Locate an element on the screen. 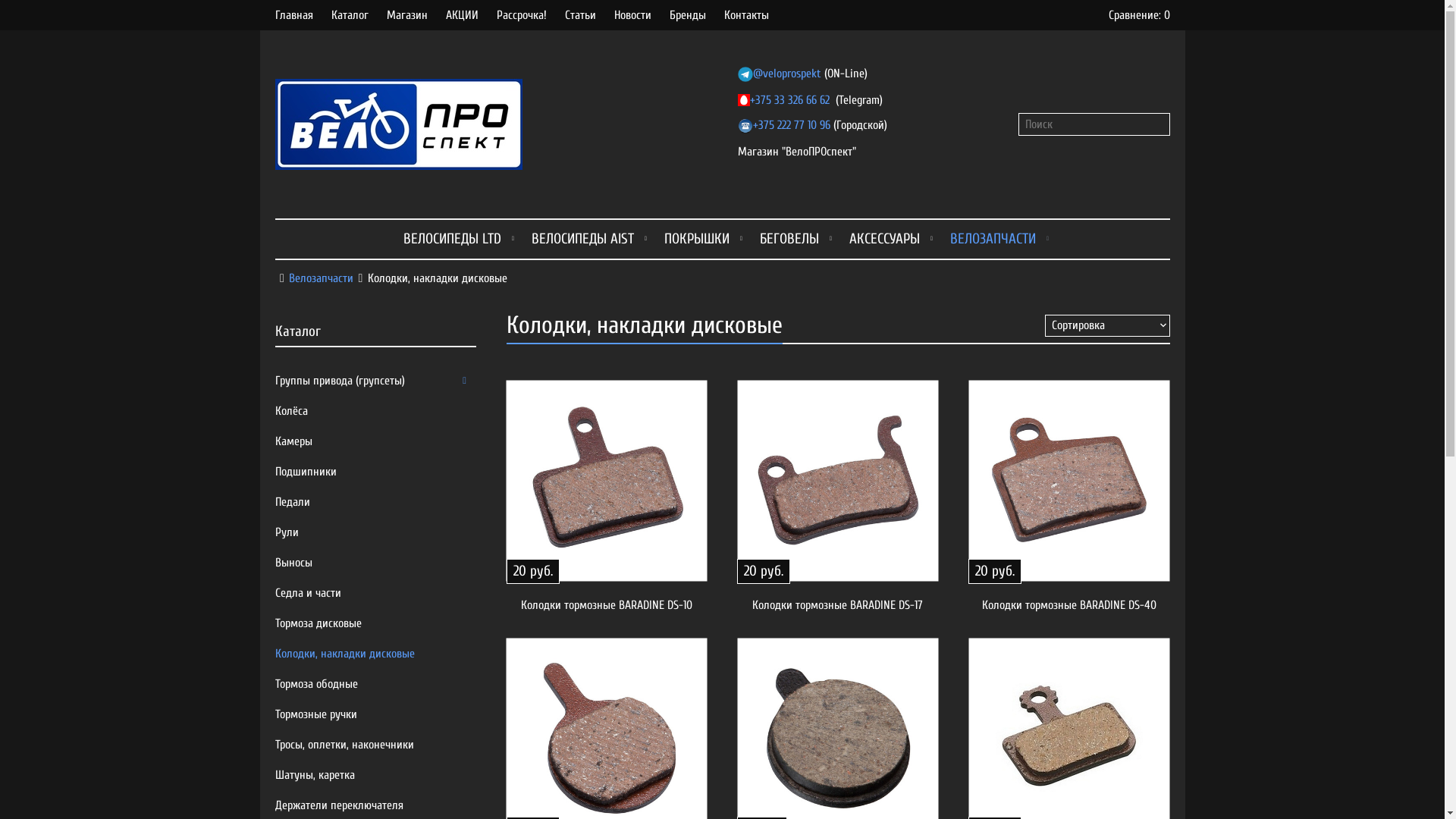  '@veloprospekt' is located at coordinates (786, 73).